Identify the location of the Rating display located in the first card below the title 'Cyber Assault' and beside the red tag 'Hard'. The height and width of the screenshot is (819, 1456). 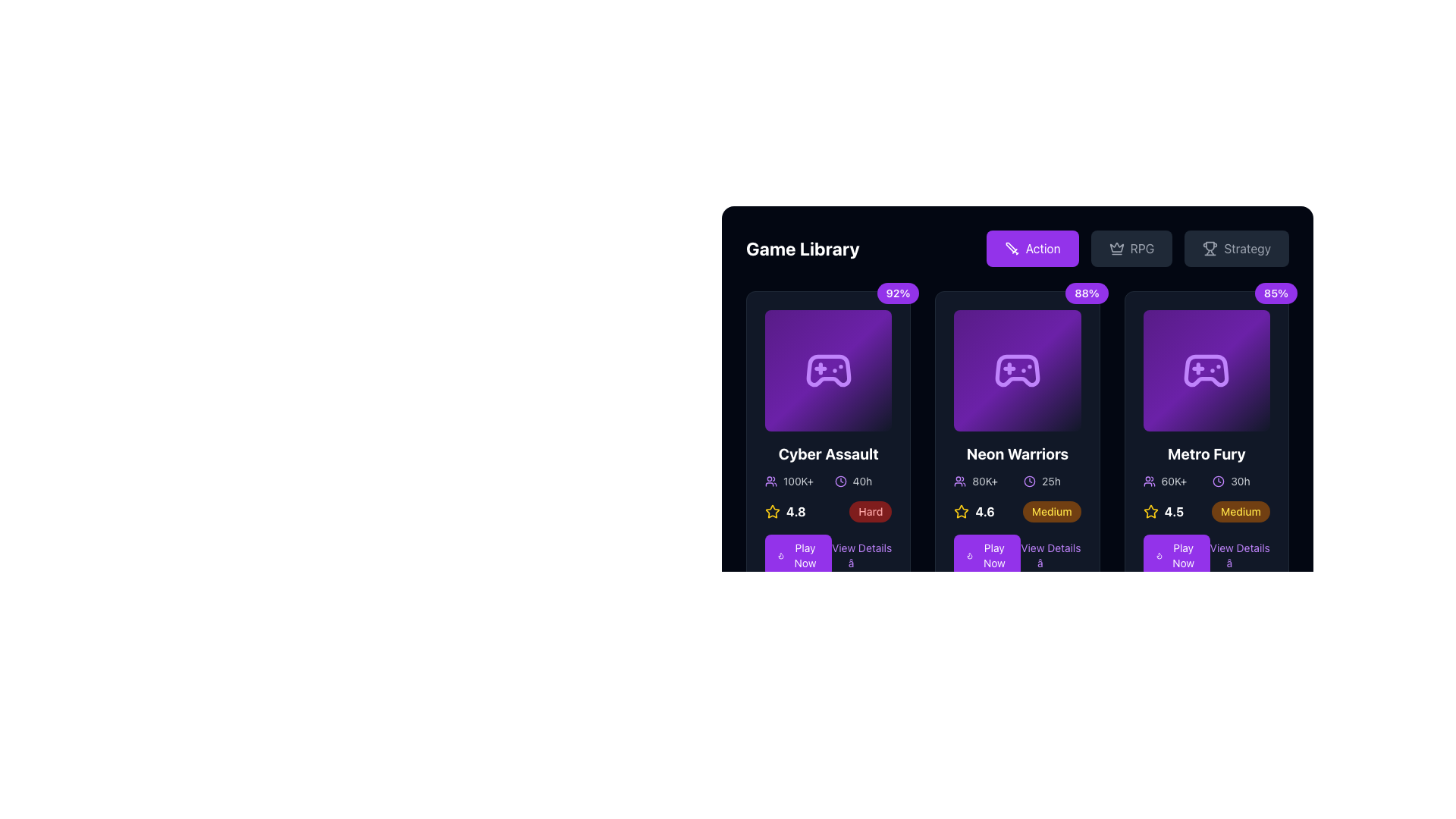
(785, 512).